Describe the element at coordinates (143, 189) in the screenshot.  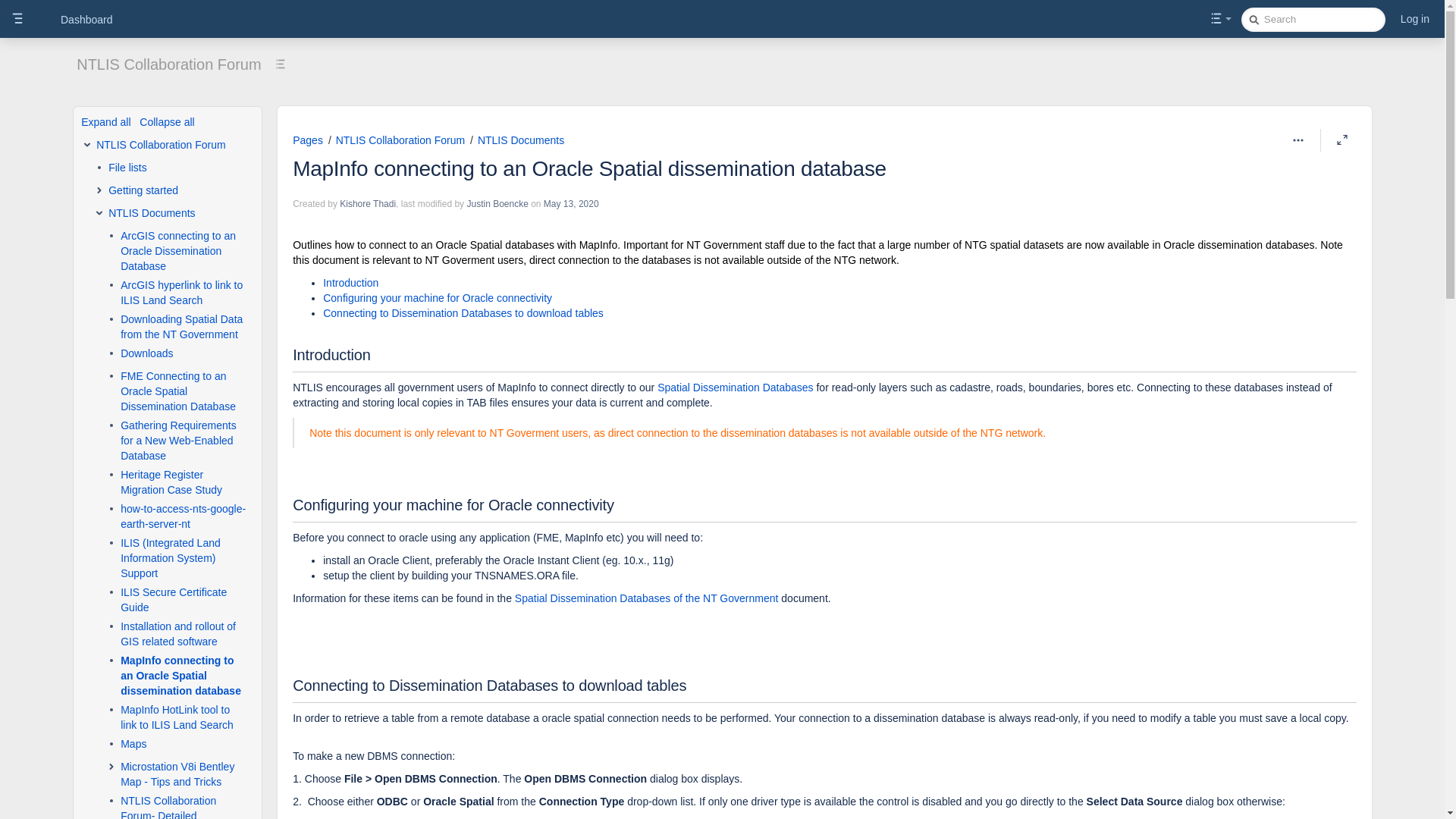
I see `'Getting started'` at that location.